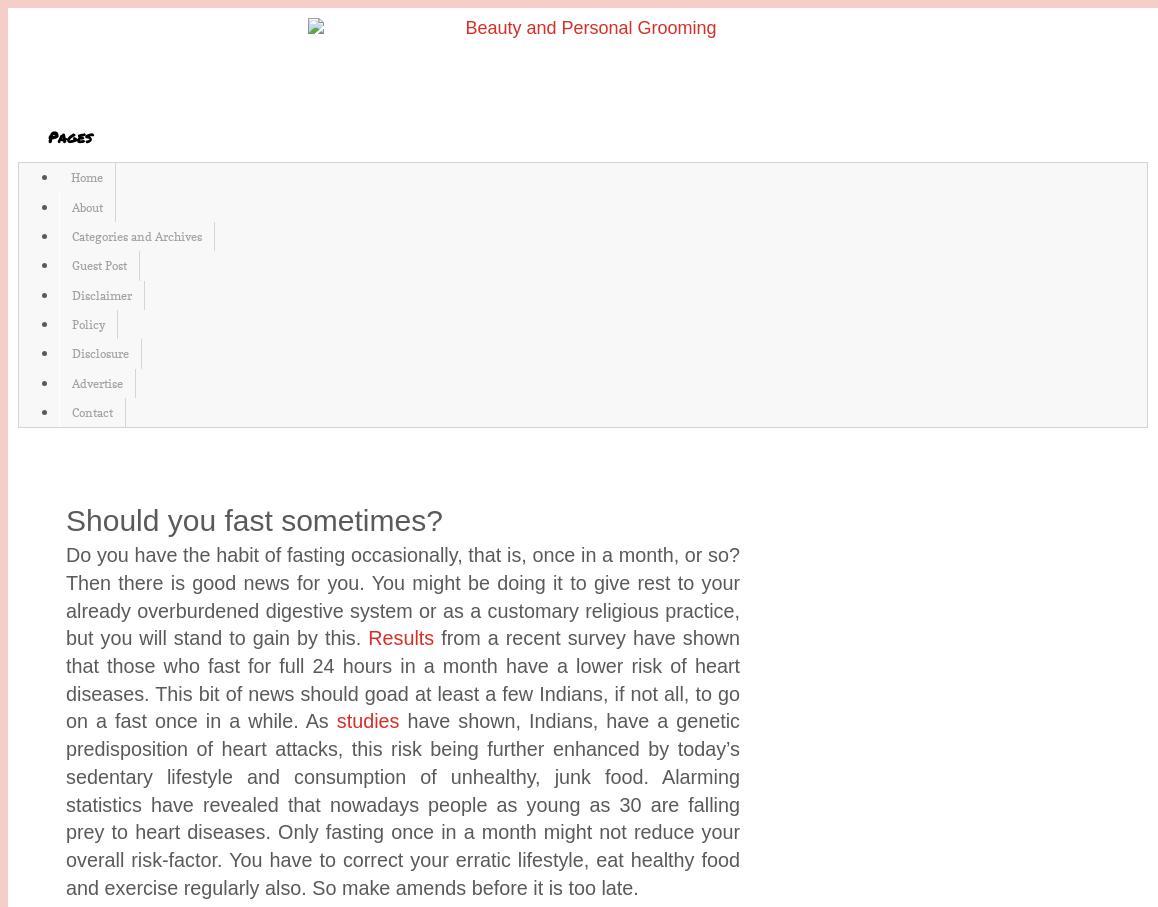  I want to click on 'Results', so click(400, 637).